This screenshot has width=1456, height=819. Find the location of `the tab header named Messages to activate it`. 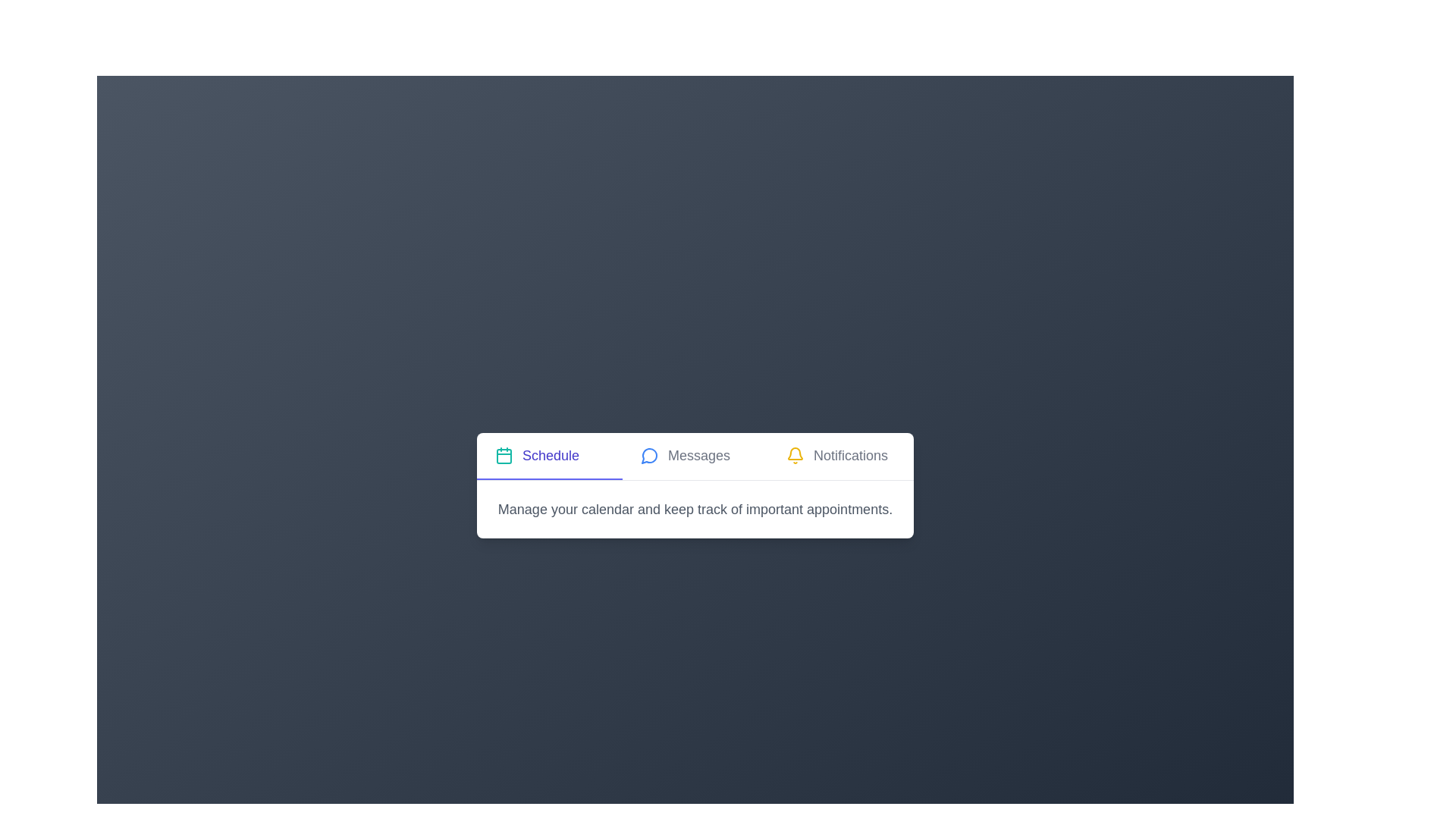

the tab header named Messages to activate it is located at coordinates (694, 455).